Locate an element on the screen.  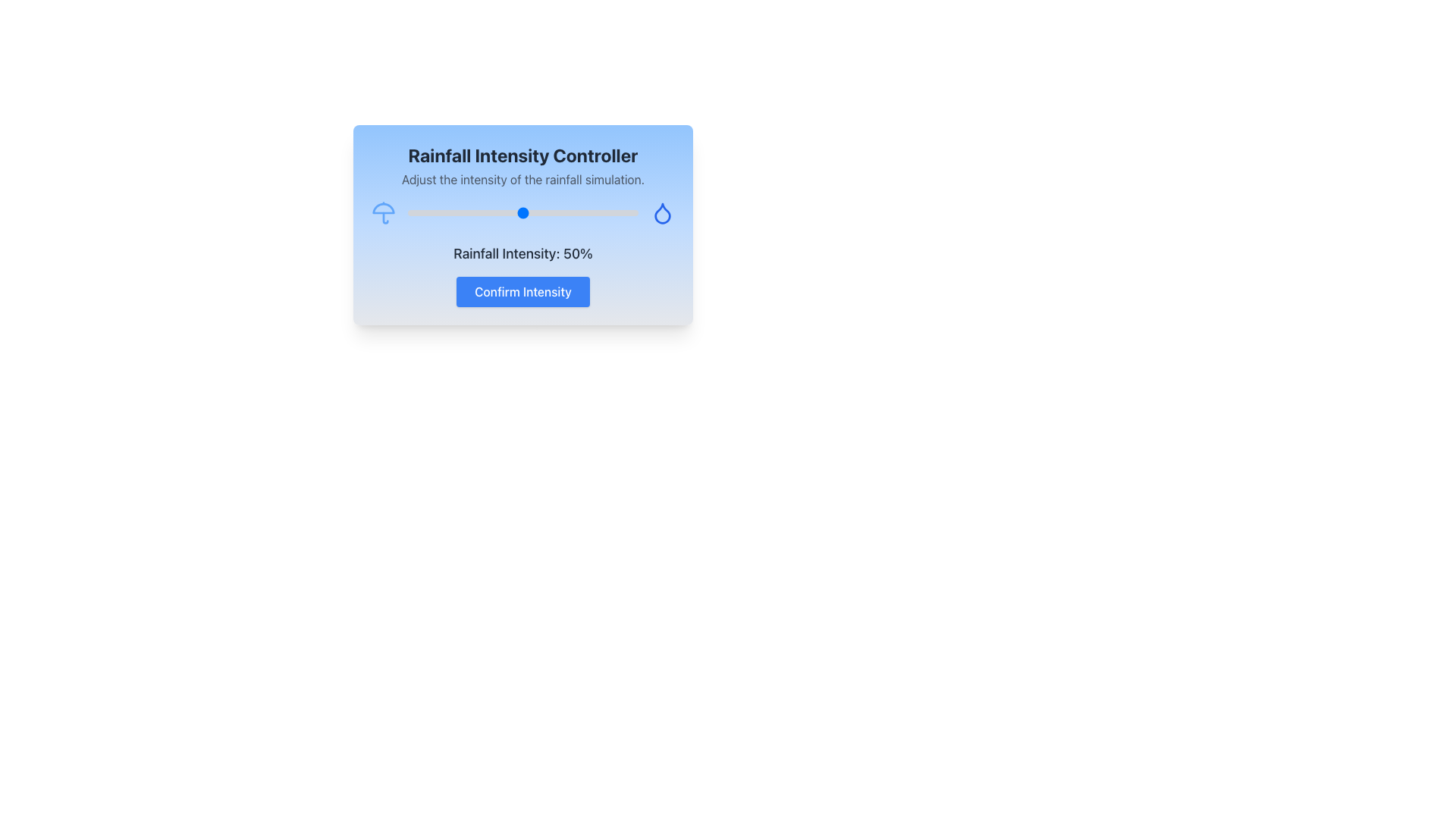
the rainfall intensity is located at coordinates (502, 213).